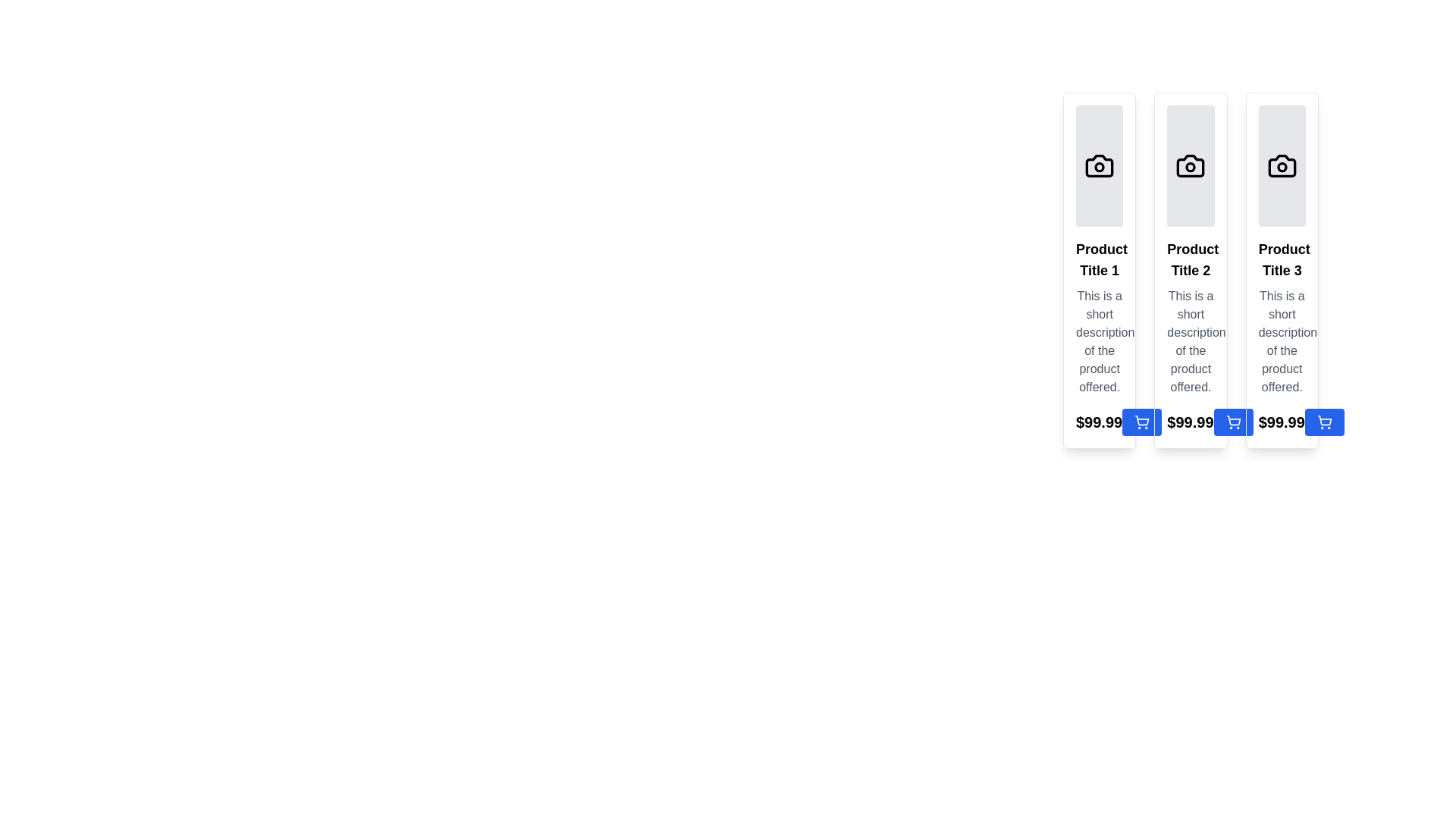 This screenshot has height=819, width=1456. I want to click on the blue rectangular button with rounded corners containing a white shopping cart icon, located at the bottom-right corner of the card for Product Title 3, so click(1233, 422).